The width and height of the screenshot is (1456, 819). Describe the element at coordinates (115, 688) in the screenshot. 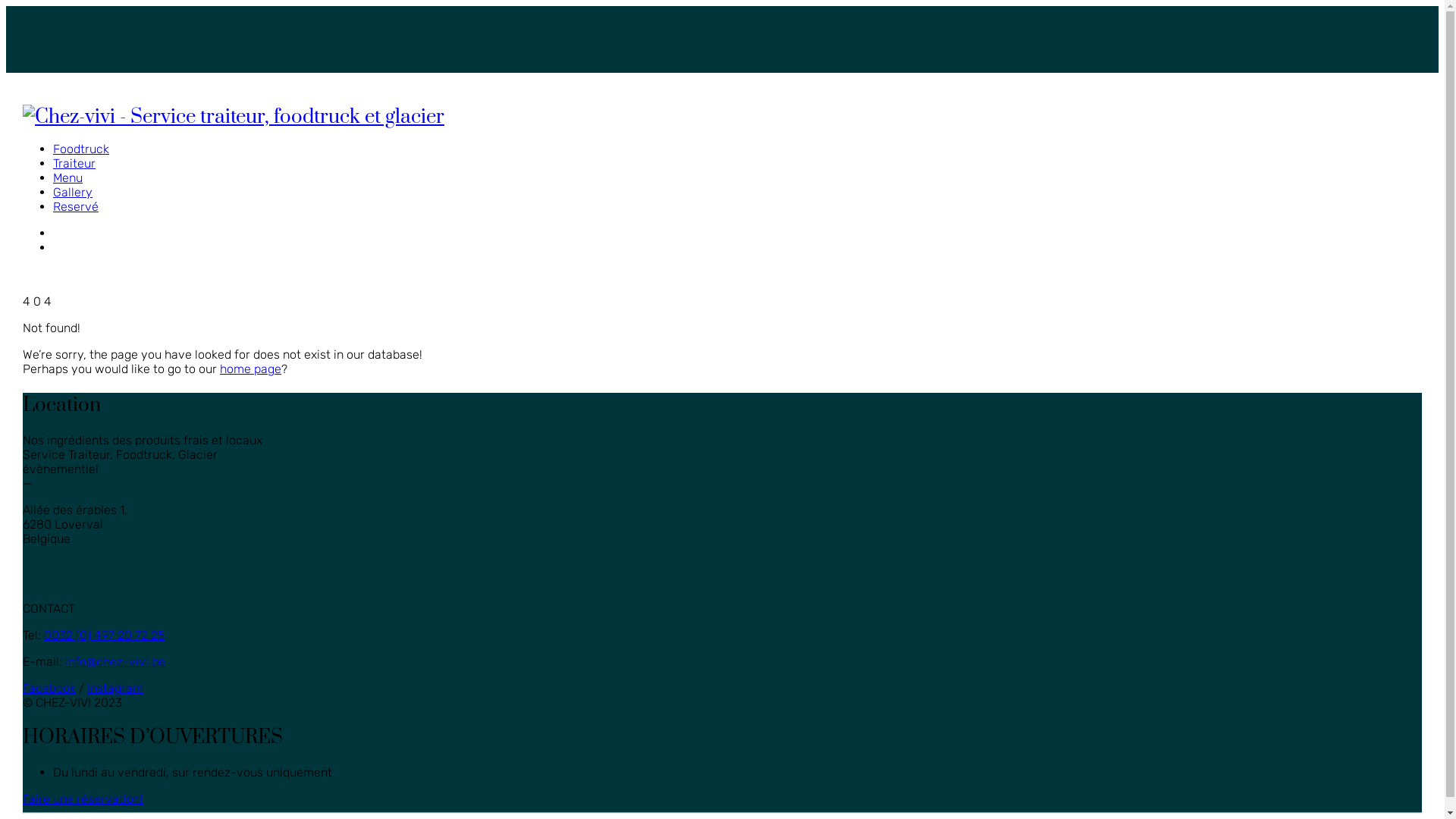

I see `'Instagram'` at that location.